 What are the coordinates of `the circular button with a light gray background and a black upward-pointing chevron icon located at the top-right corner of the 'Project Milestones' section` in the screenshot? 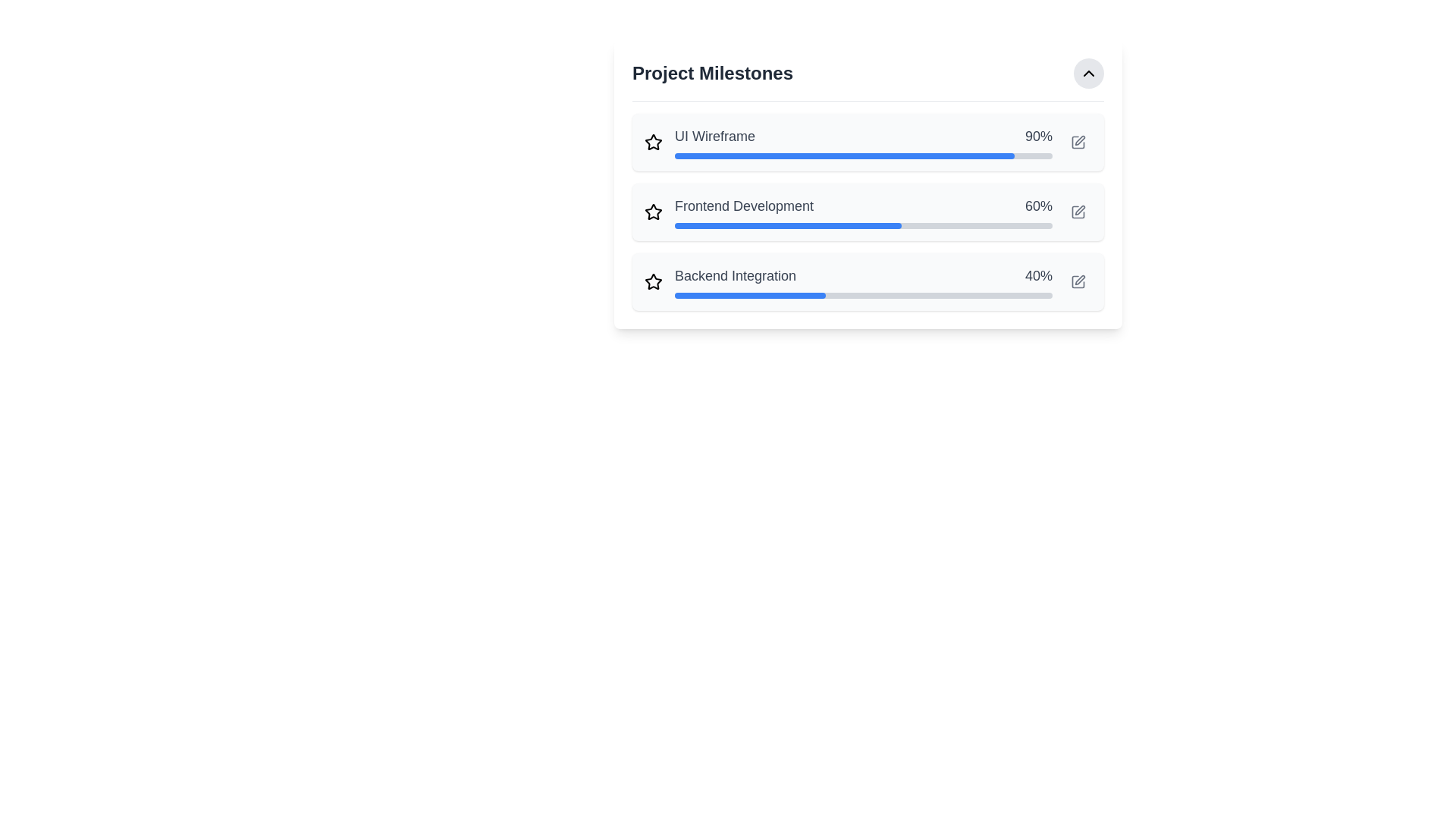 It's located at (1087, 73).